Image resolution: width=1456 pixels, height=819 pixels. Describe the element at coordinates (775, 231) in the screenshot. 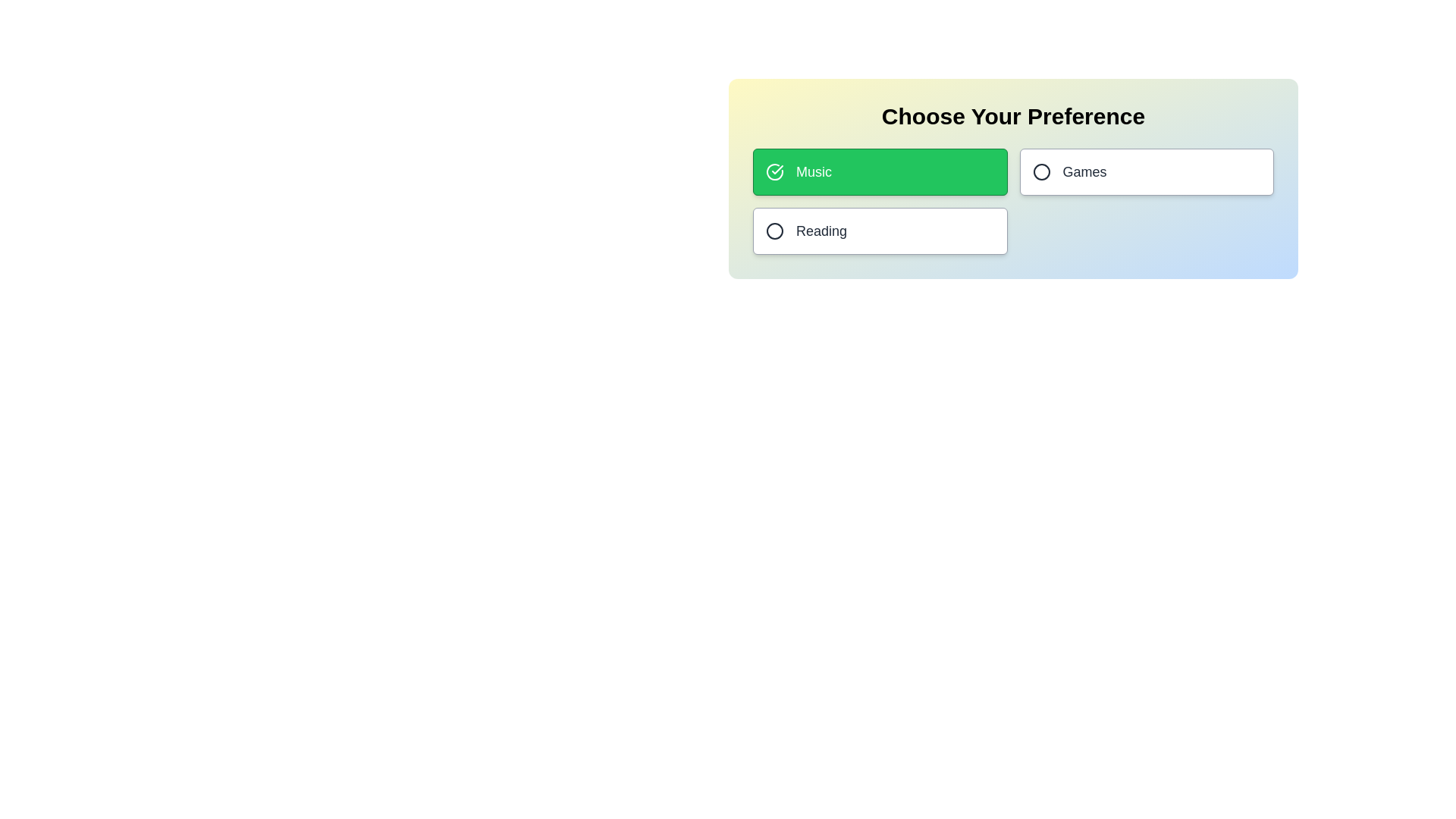

I see `the circular outline of the radio button associated with the 'Reading' preference option for a hover effect` at that location.